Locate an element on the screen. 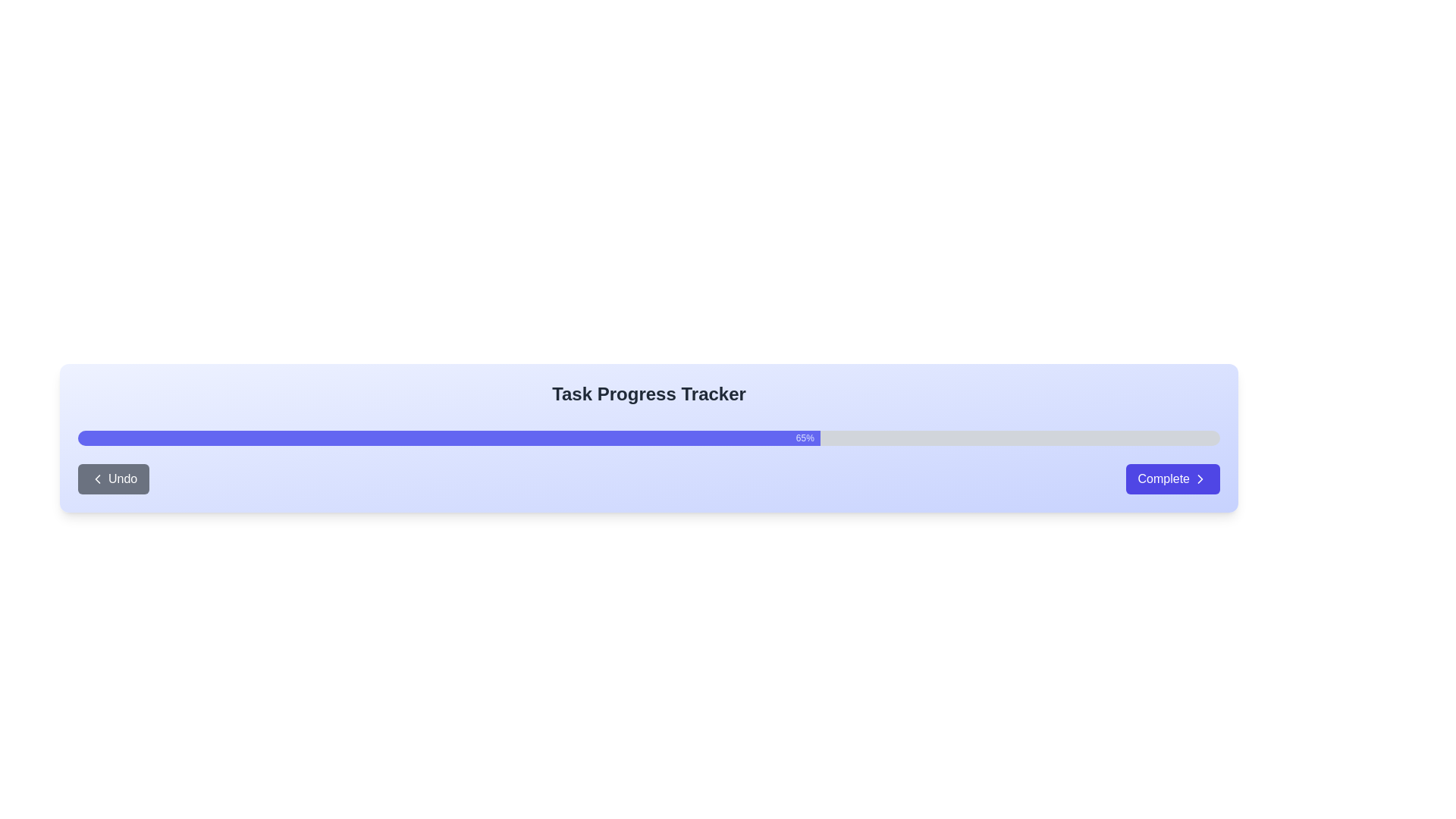 The image size is (1456, 819). the 'Complete' button, which is a bright indigo button with a rounded rectangular shape and a white label is located at coordinates (1172, 479).